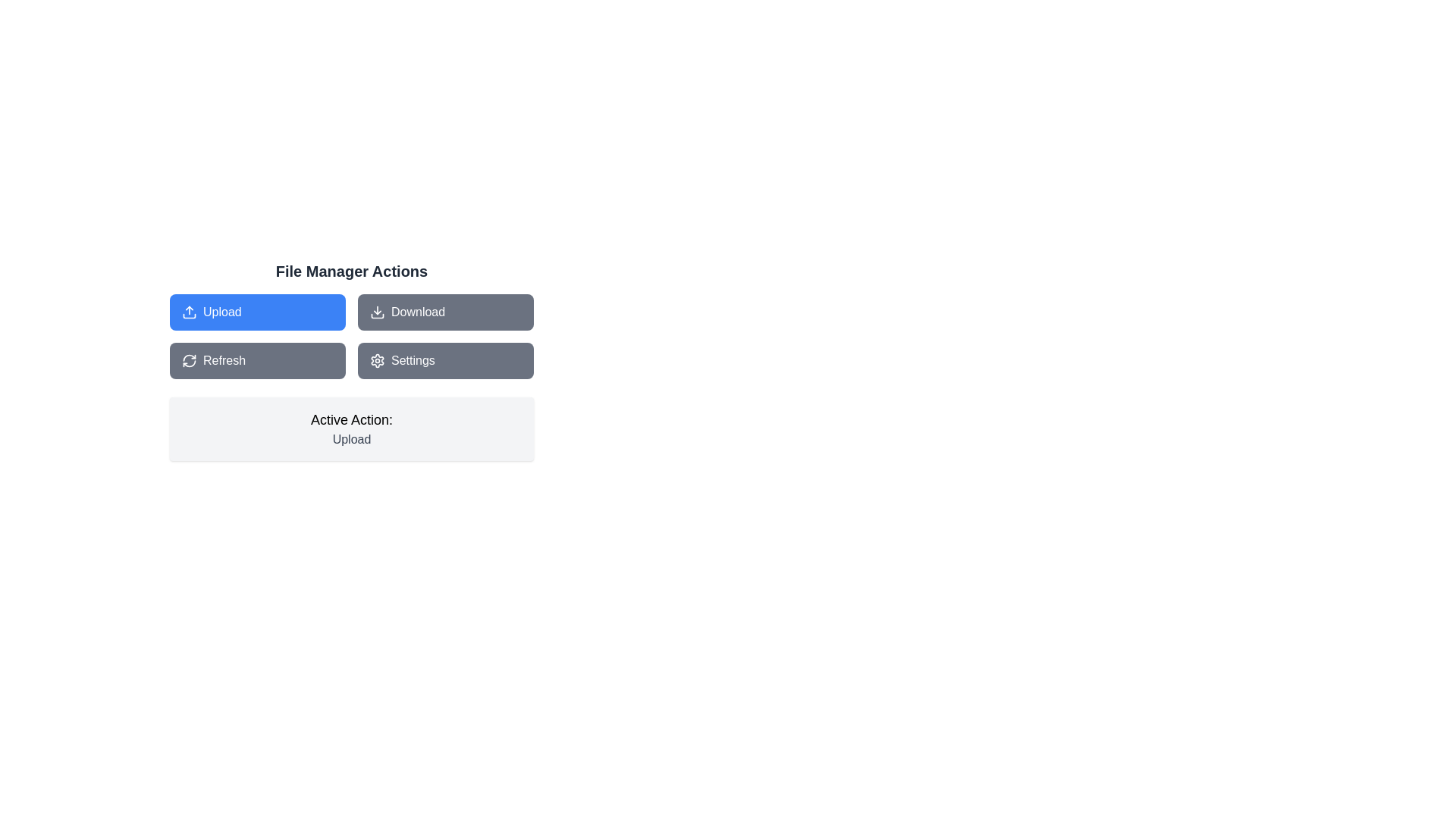 The height and width of the screenshot is (819, 1456). I want to click on the 'Download' text label which indicates the button's purpose to trigger a download action, so click(418, 312).